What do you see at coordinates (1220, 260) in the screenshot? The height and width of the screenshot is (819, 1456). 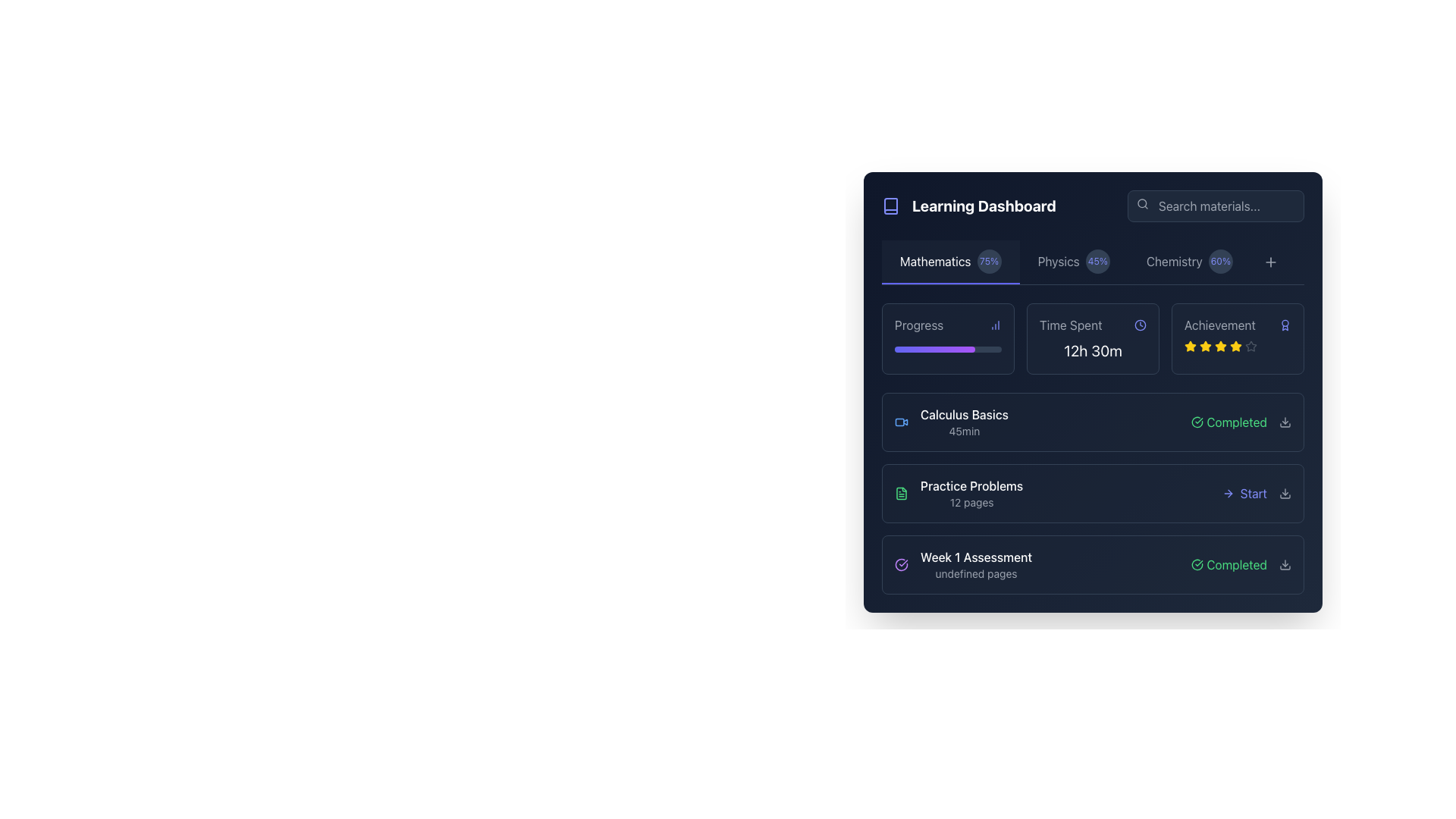 I see `the Badge or Label indicating the user's progress related to 'Chemistry', located in the top bar area to the right of the 'Chemistry' label` at bounding box center [1220, 260].